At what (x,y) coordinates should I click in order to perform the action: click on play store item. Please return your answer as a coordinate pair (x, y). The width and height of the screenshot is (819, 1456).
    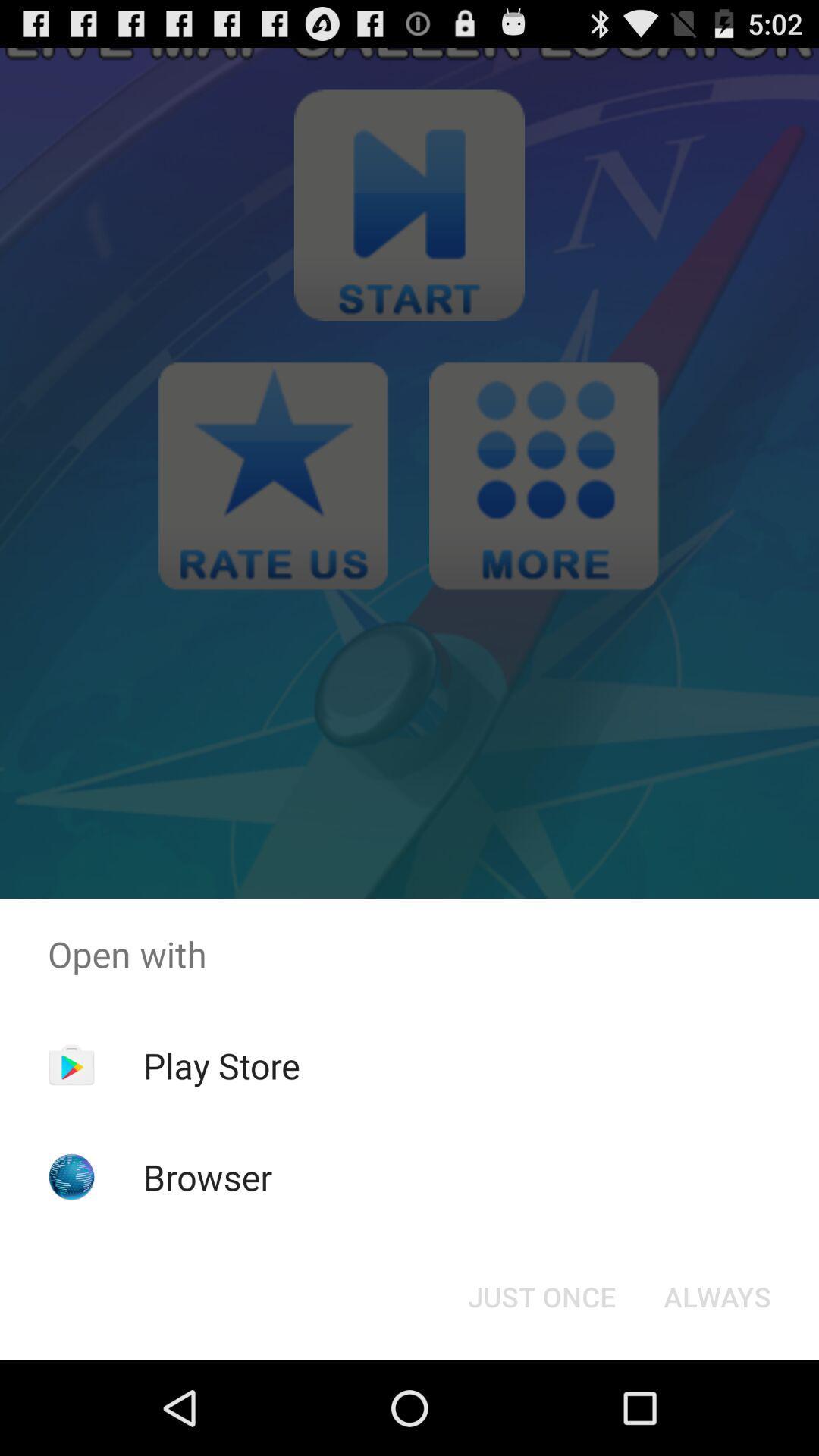
    Looking at the image, I should click on (221, 1065).